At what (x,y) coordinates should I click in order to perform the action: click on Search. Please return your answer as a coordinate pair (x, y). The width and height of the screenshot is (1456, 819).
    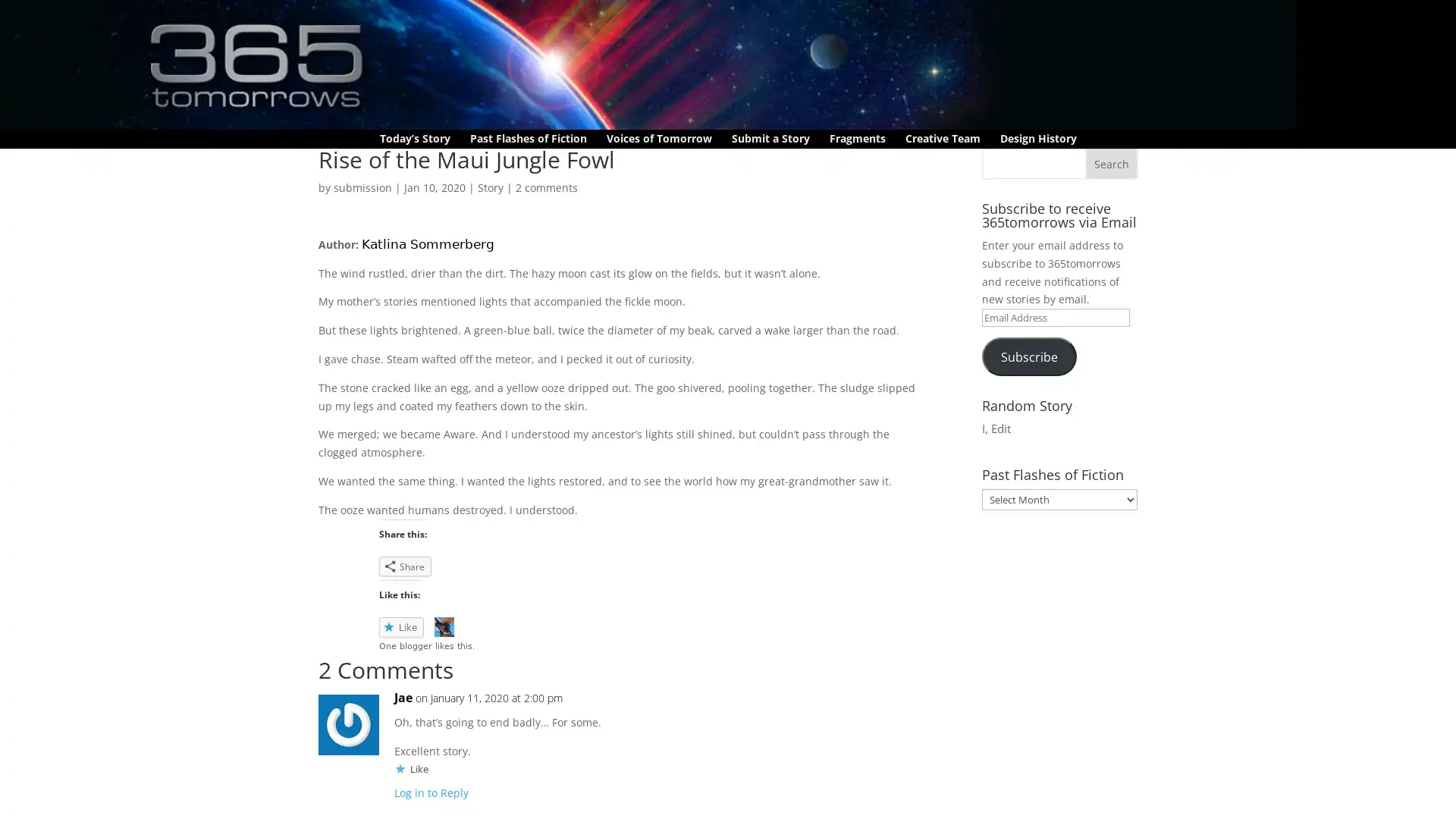
    Looking at the image, I should click on (1111, 207).